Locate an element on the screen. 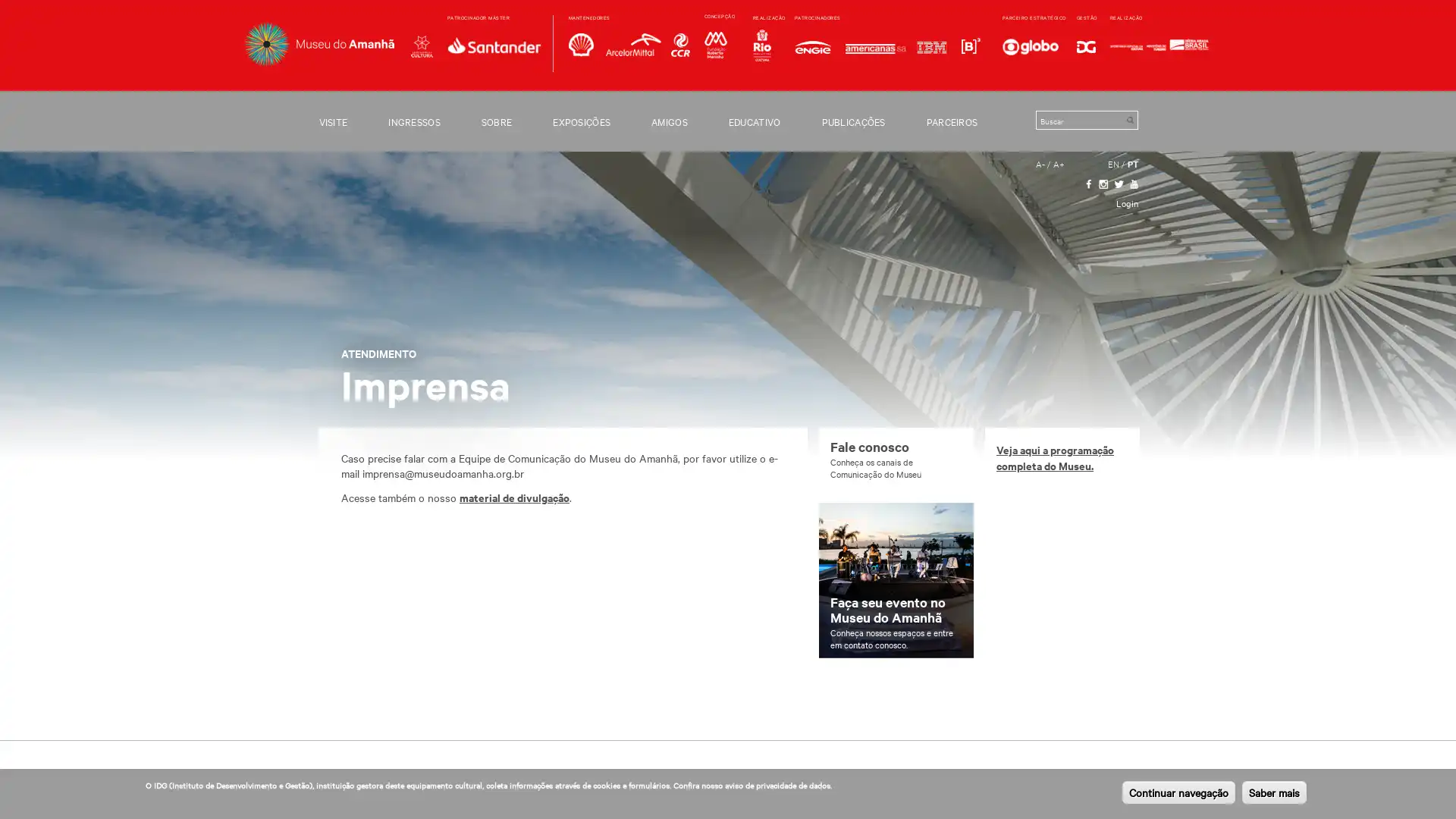 Image resolution: width=1456 pixels, height=819 pixels. Continuar navegacao is located at coordinates (1178, 792).